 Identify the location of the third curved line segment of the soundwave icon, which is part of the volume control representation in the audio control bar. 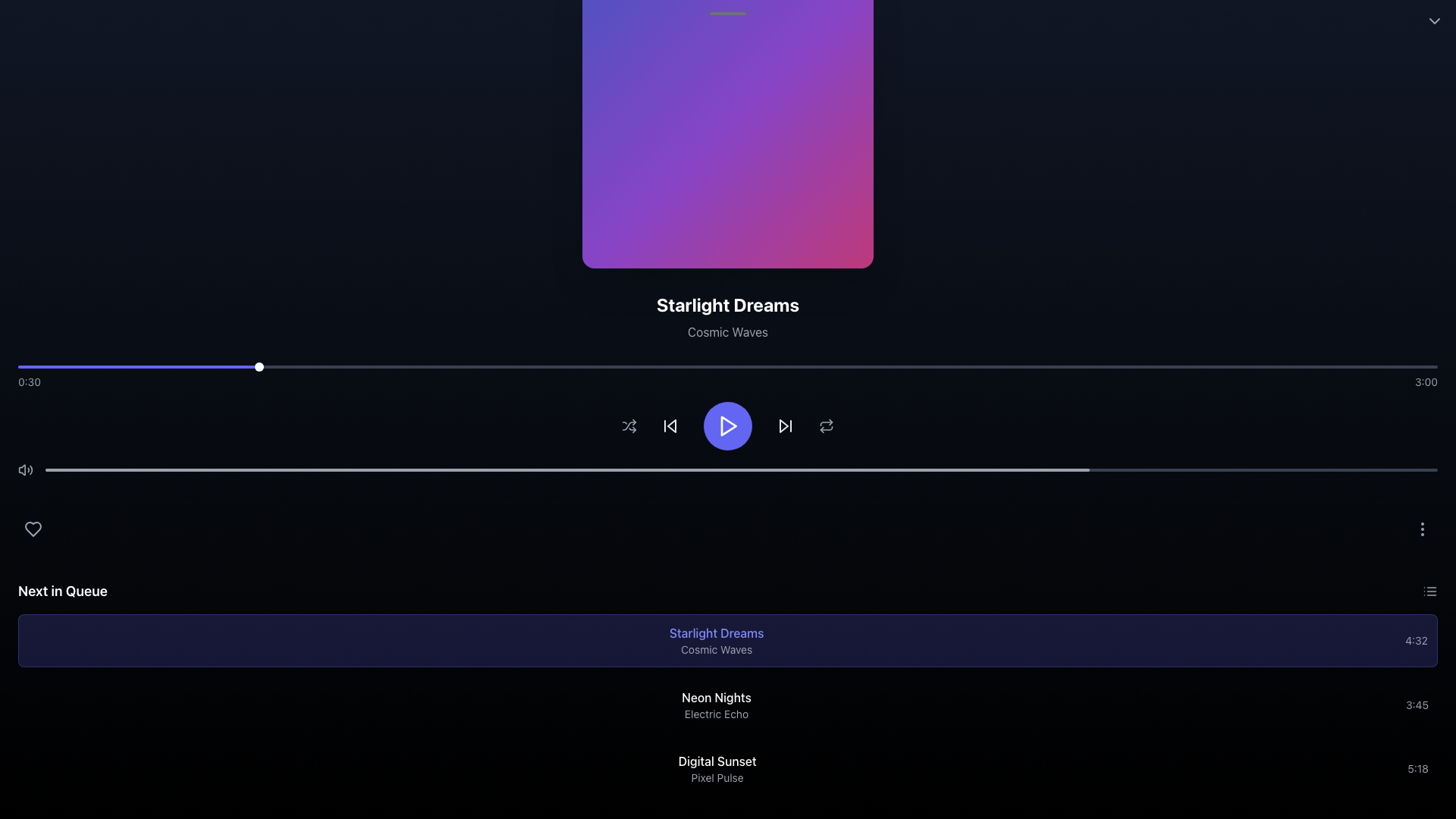
(31, 469).